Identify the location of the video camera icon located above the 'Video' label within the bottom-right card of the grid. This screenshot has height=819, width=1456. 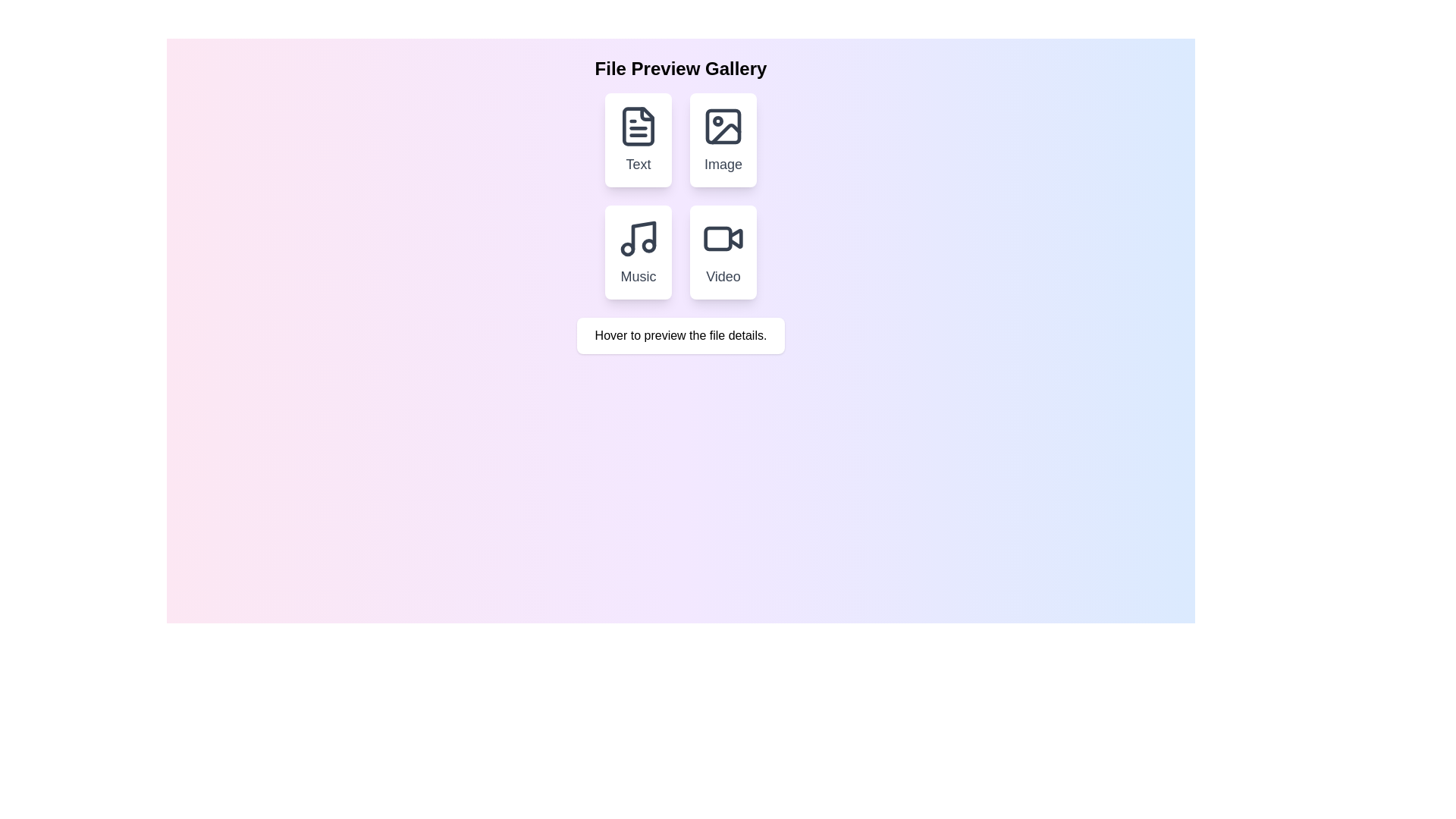
(723, 239).